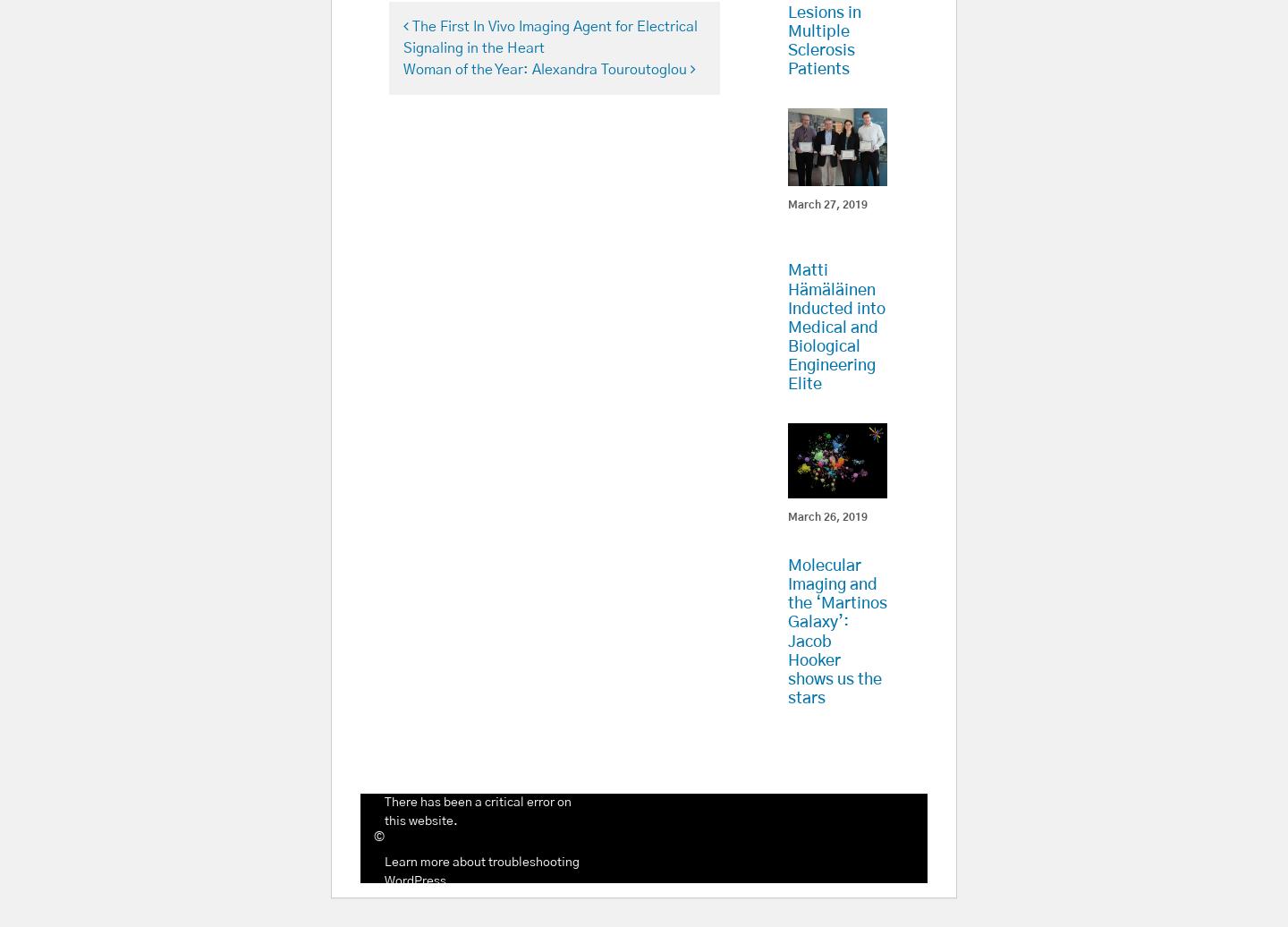  What do you see at coordinates (477, 811) in the screenshot?
I see `'There has been a critical error on this website.'` at bounding box center [477, 811].